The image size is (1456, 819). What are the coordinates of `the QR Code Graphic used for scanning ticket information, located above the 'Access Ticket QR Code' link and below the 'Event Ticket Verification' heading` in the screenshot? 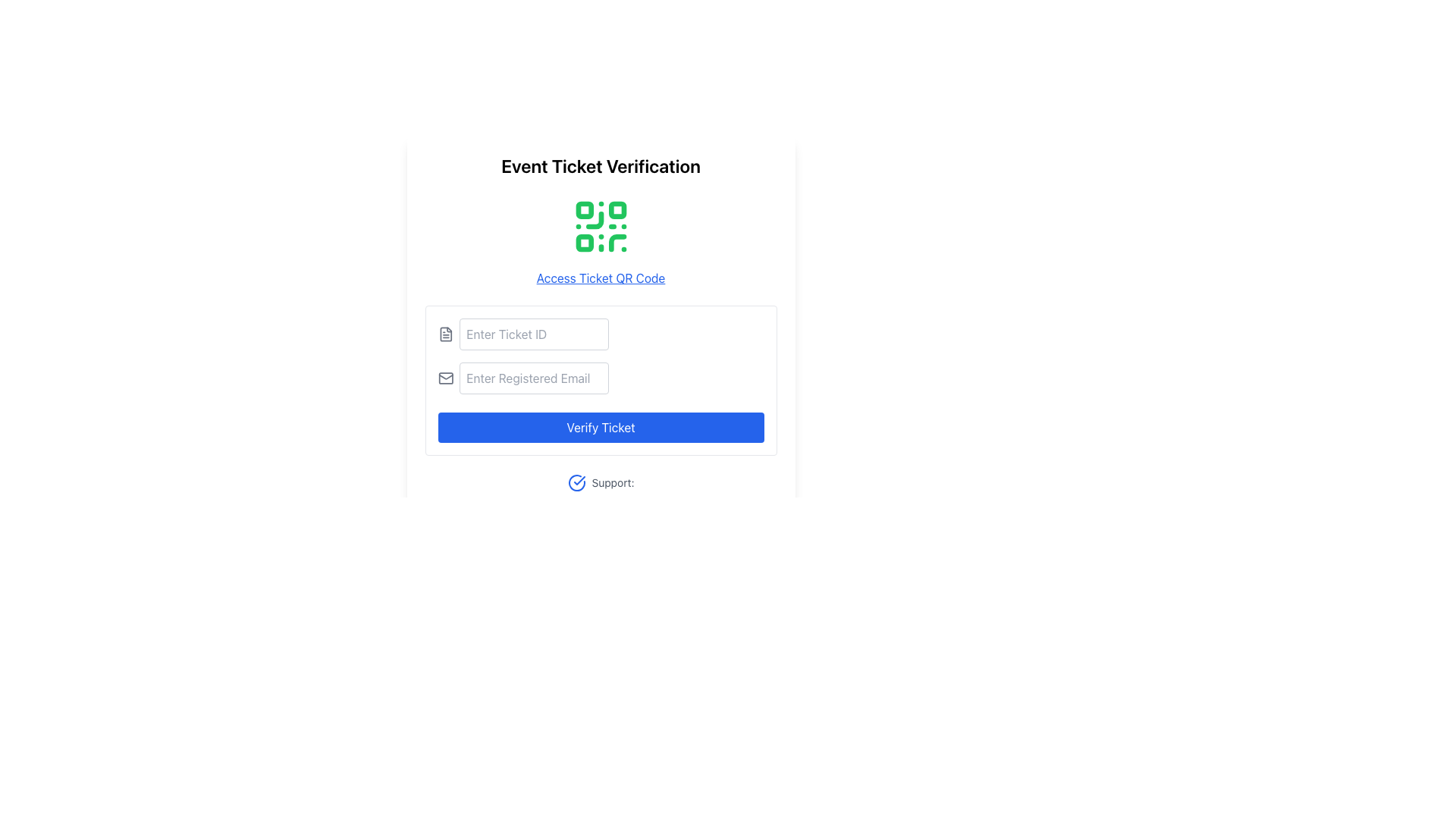 It's located at (600, 227).